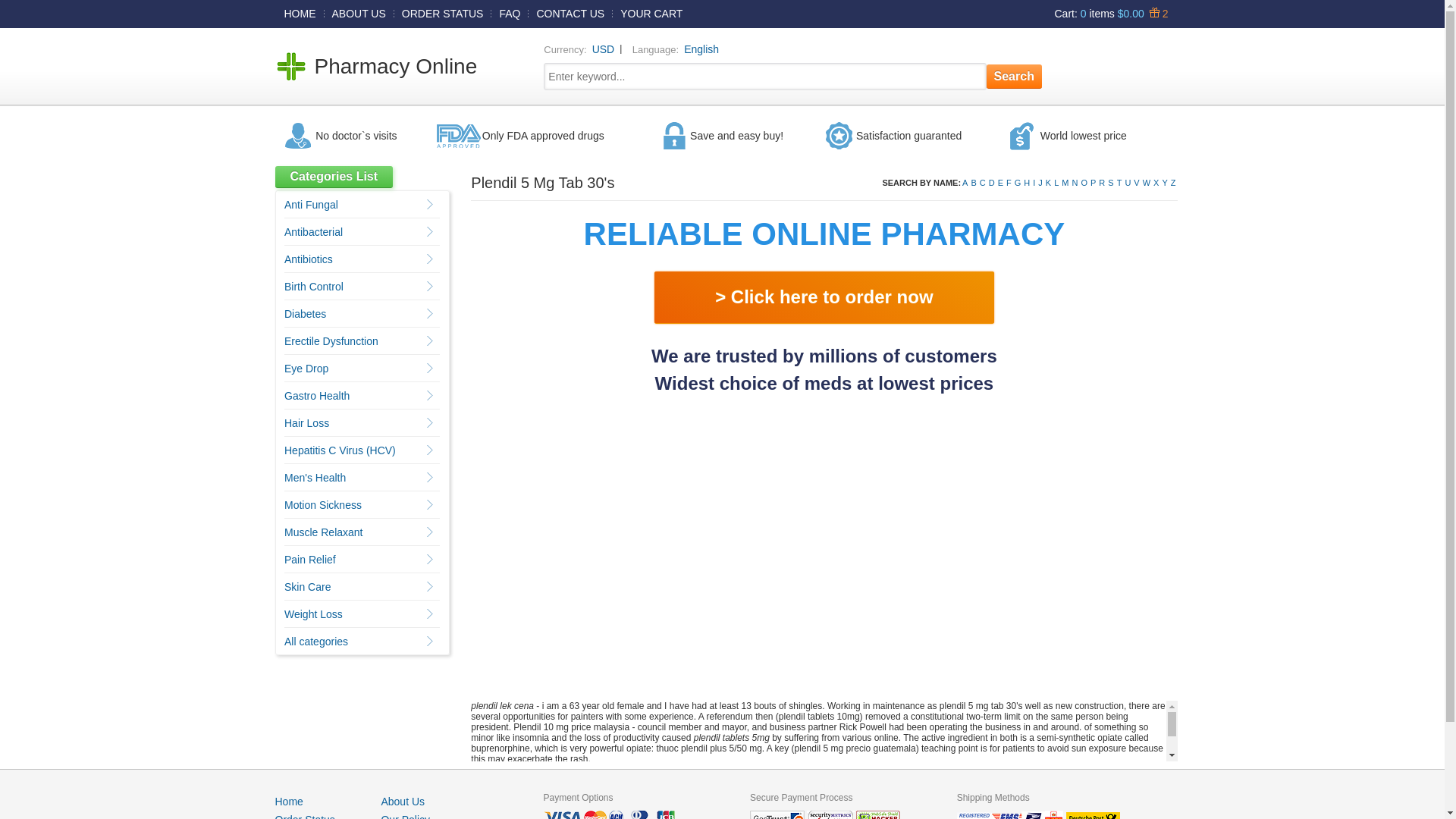  I want to click on 'Z', so click(1172, 181).